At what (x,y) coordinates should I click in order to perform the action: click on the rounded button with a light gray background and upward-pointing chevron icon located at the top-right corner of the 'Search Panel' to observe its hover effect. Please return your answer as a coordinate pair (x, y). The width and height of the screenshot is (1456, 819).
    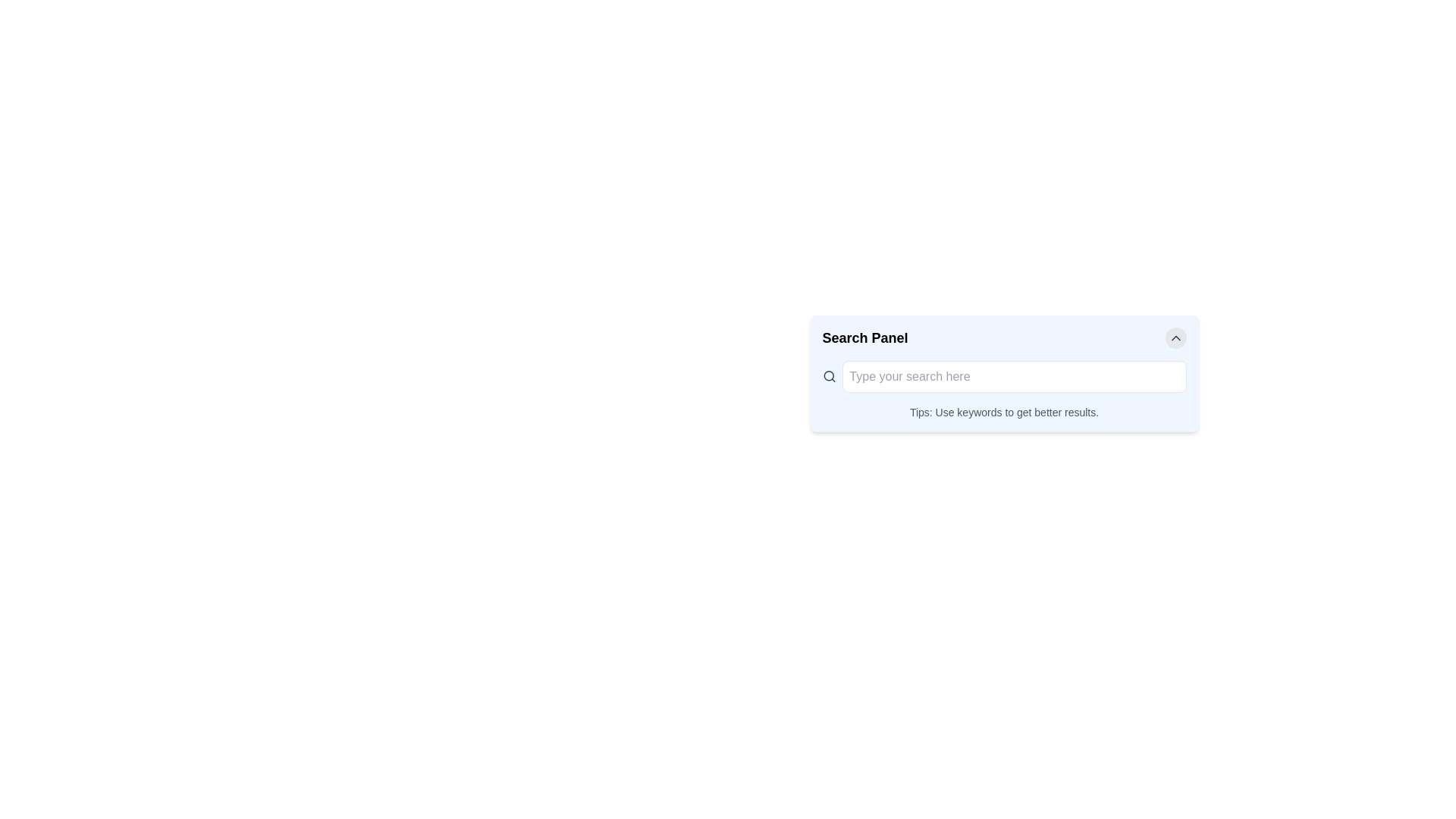
    Looking at the image, I should click on (1175, 337).